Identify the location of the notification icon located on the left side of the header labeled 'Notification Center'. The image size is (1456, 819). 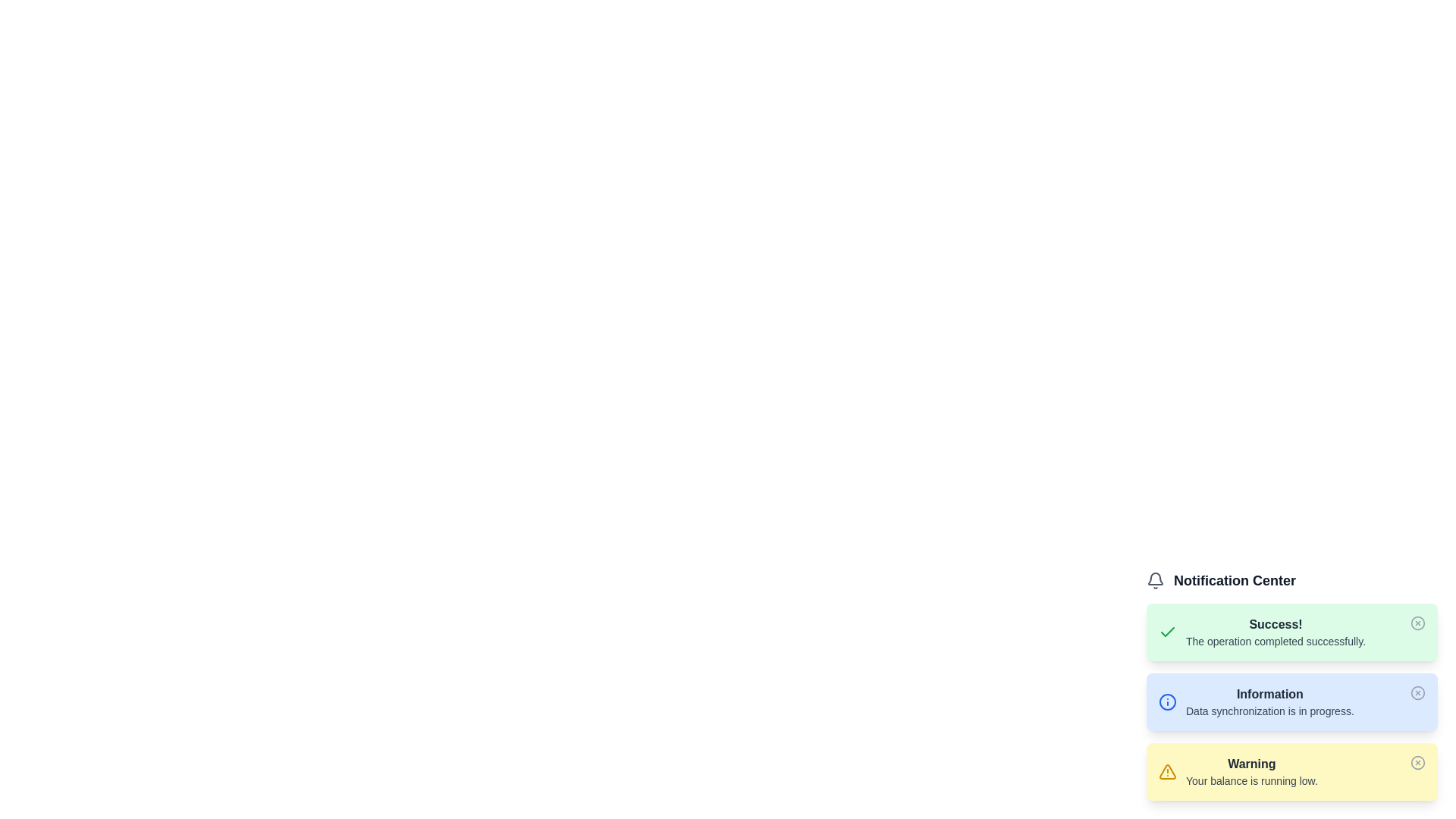
(1154, 580).